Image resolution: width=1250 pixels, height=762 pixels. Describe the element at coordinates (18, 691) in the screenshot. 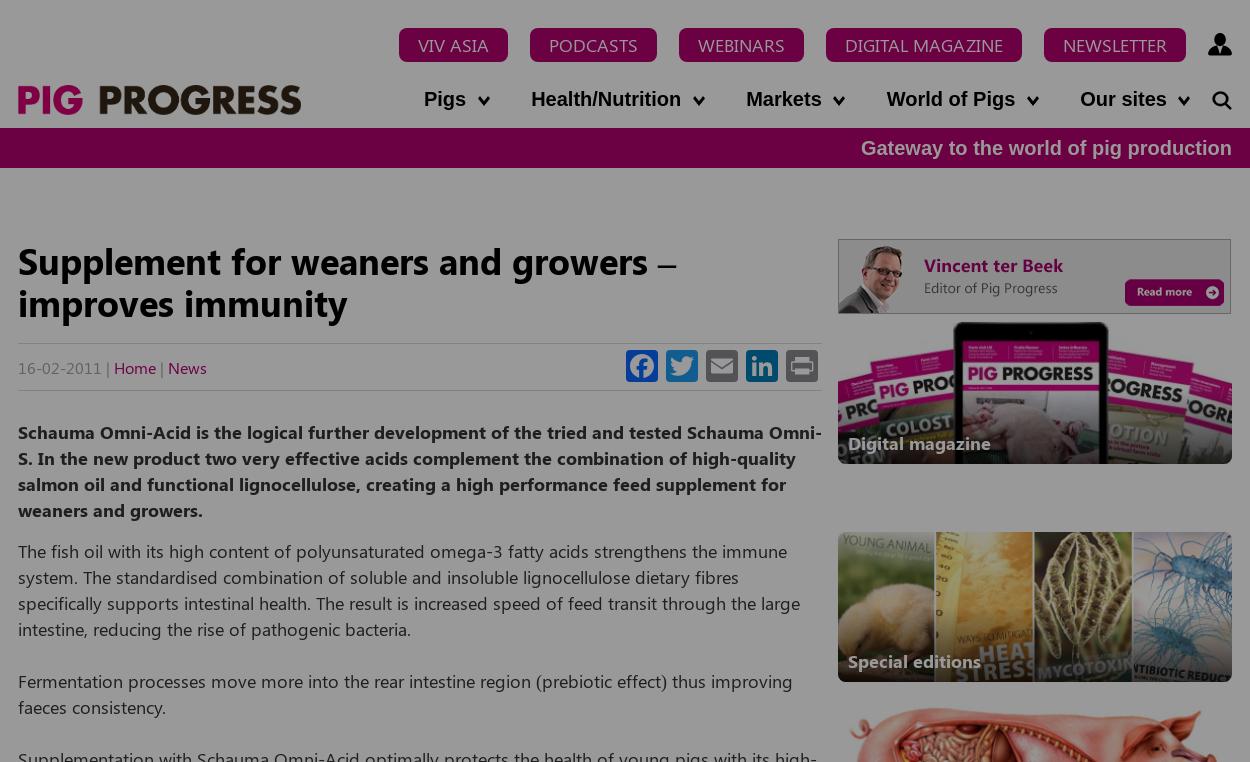

I see `'Fermentation processes move more into the rear intestine region (prebiotic effect) thus improving faeces consistency.'` at that location.